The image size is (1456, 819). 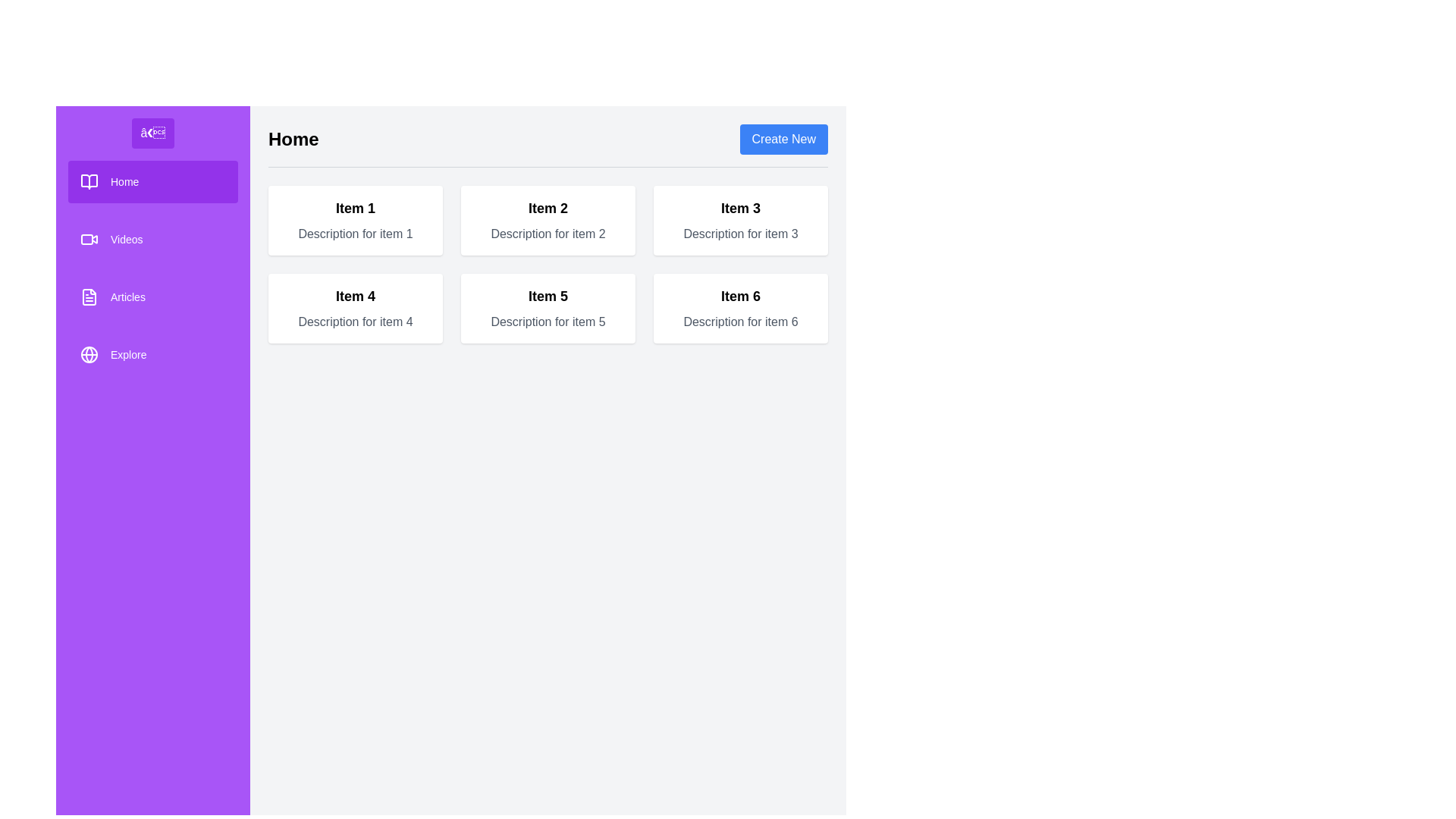 What do you see at coordinates (89, 180) in the screenshot?
I see `the 'Home' icon in the navigation bar` at bounding box center [89, 180].